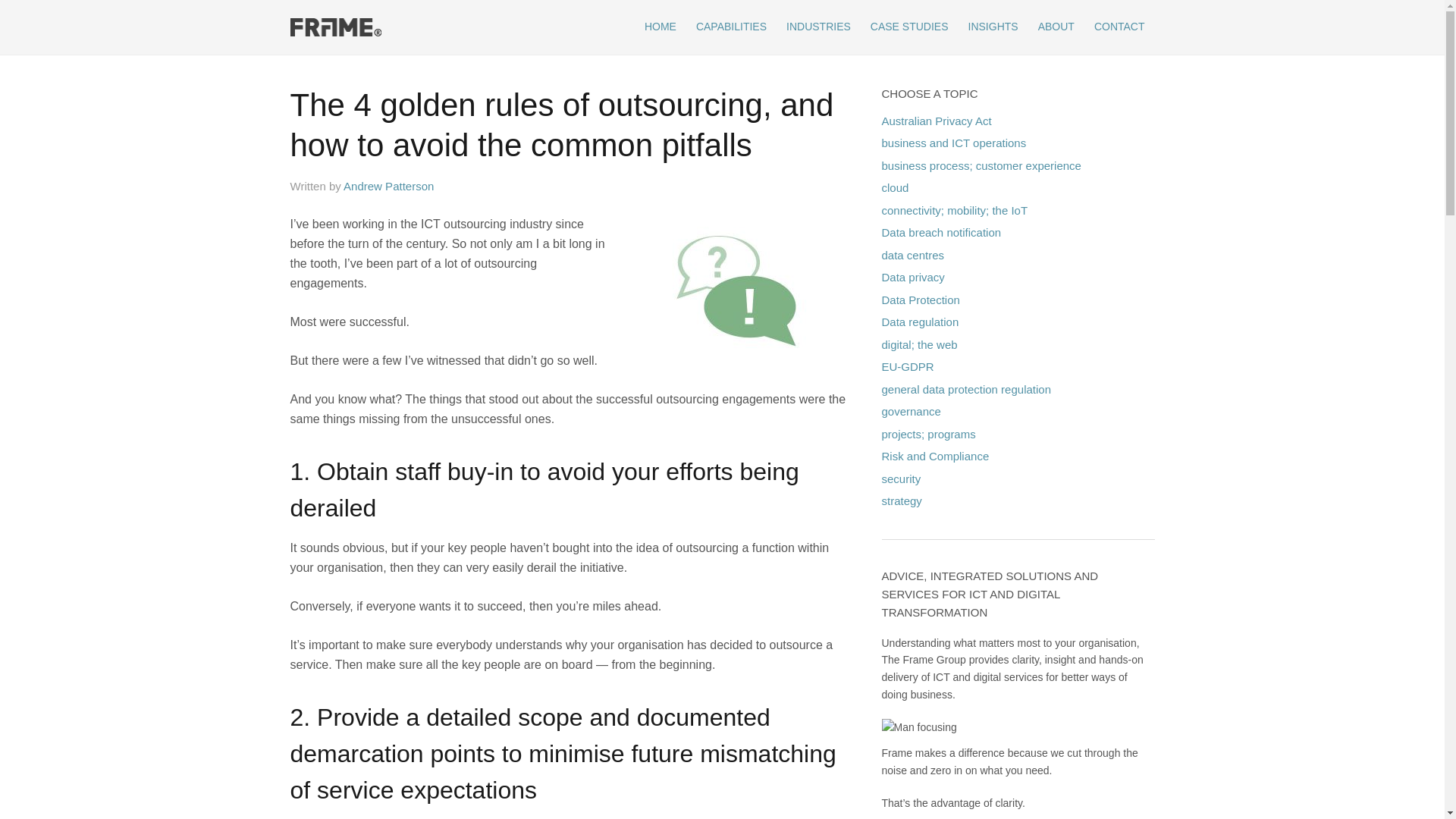 This screenshot has height=819, width=1456. What do you see at coordinates (919, 321) in the screenshot?
I see `'Data regulation'` at bounding box center [919, 321].